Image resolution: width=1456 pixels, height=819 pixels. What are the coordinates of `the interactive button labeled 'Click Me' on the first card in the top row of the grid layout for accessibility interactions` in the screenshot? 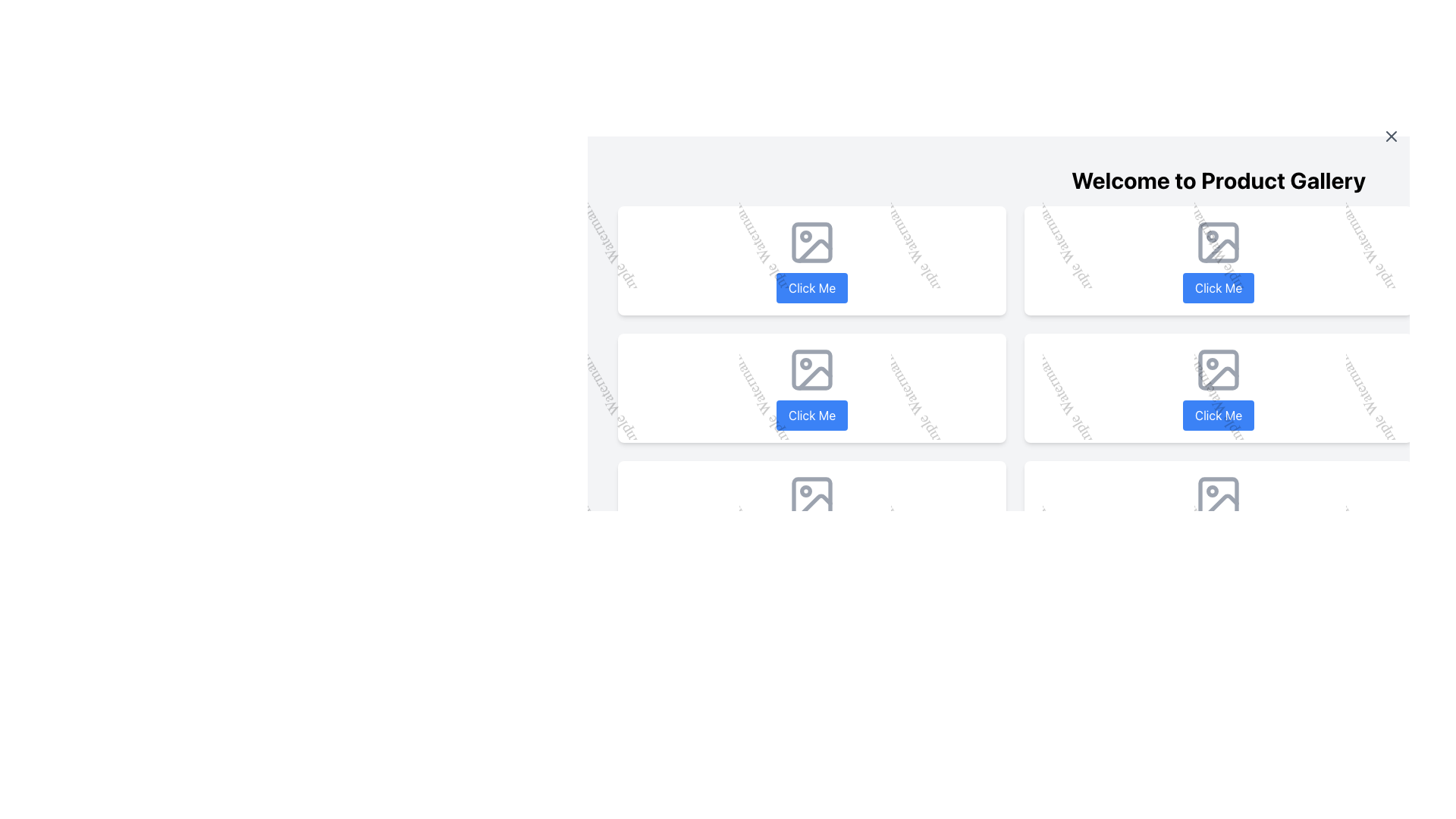 It's located at (811, 259).